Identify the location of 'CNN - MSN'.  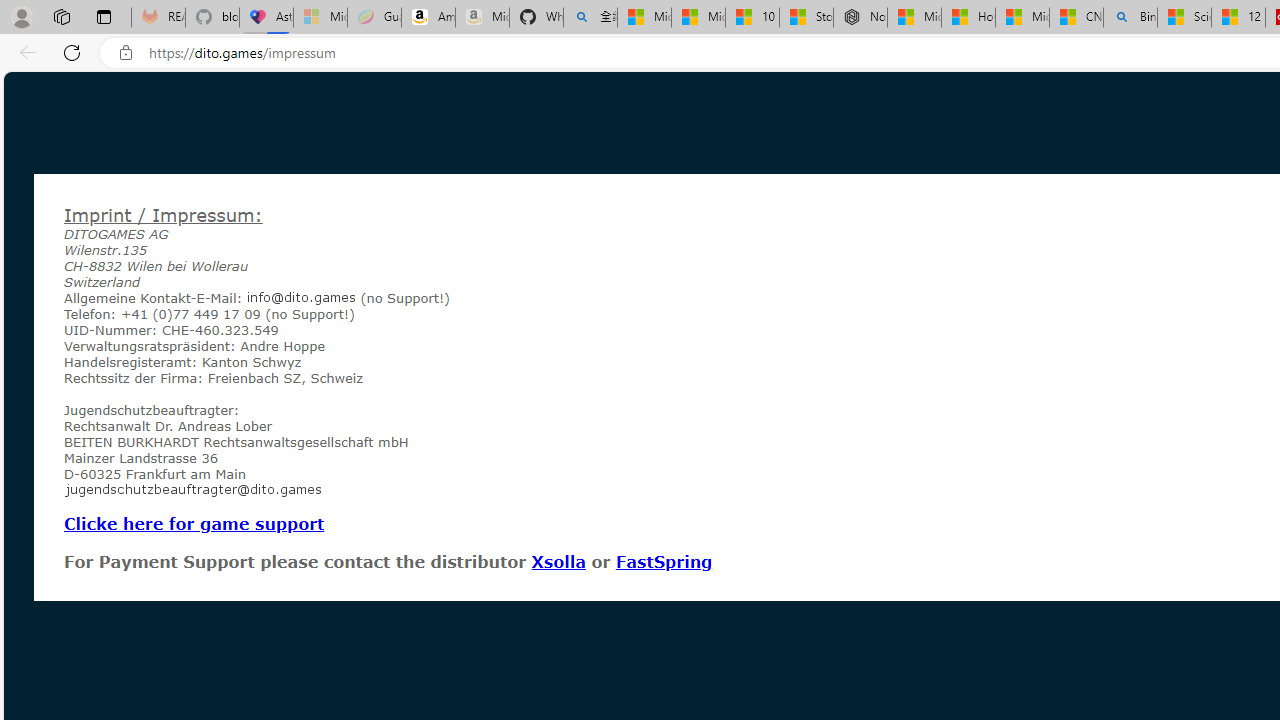
(1075, 17).